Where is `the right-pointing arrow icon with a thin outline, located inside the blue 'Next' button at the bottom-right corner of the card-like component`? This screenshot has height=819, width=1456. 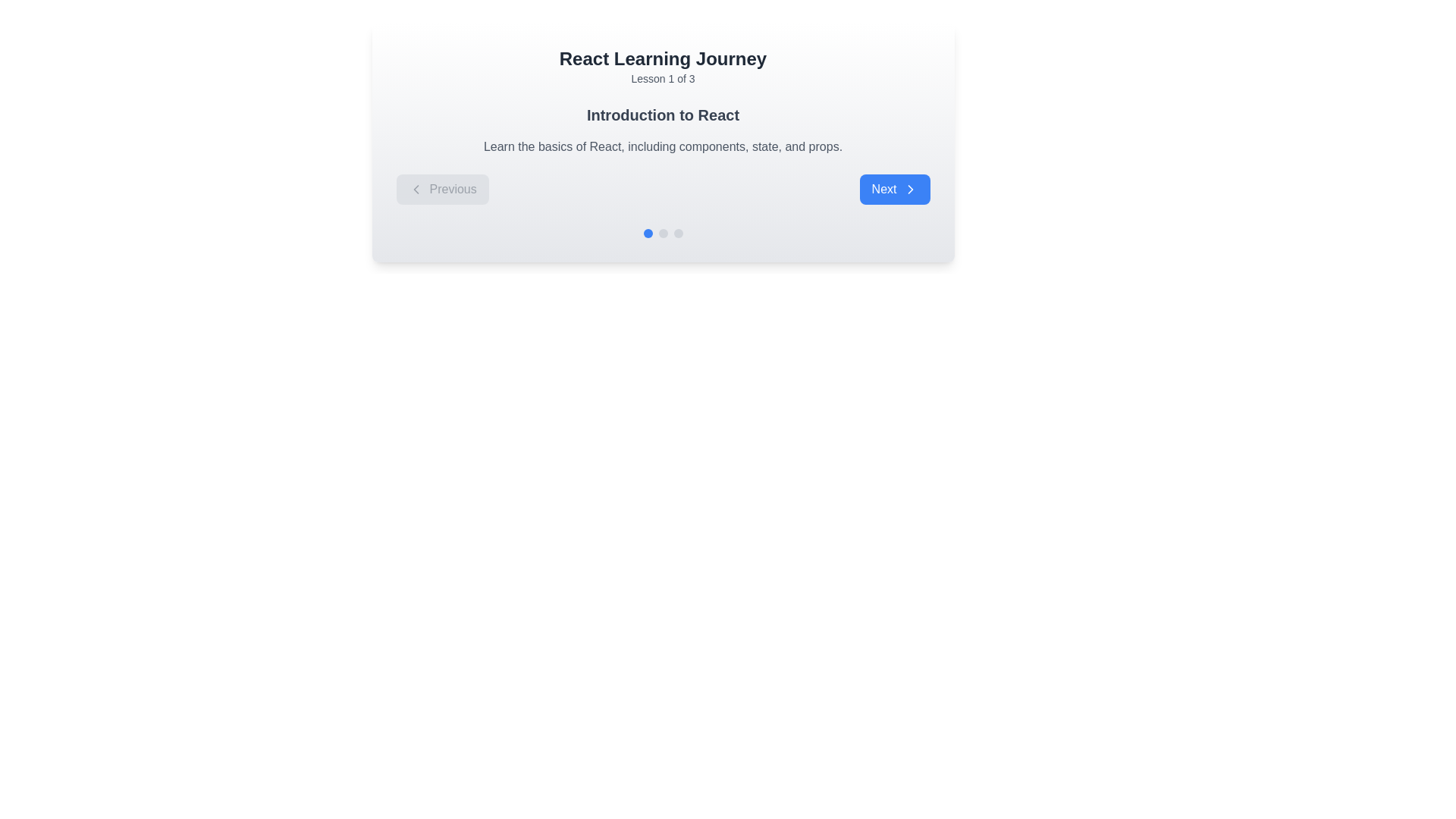
the right-pointing arrow icon with a thin outline, located inside the blue 'Next' button at the bottom-right corner of the card-like component is located at coordinates (910, 189).